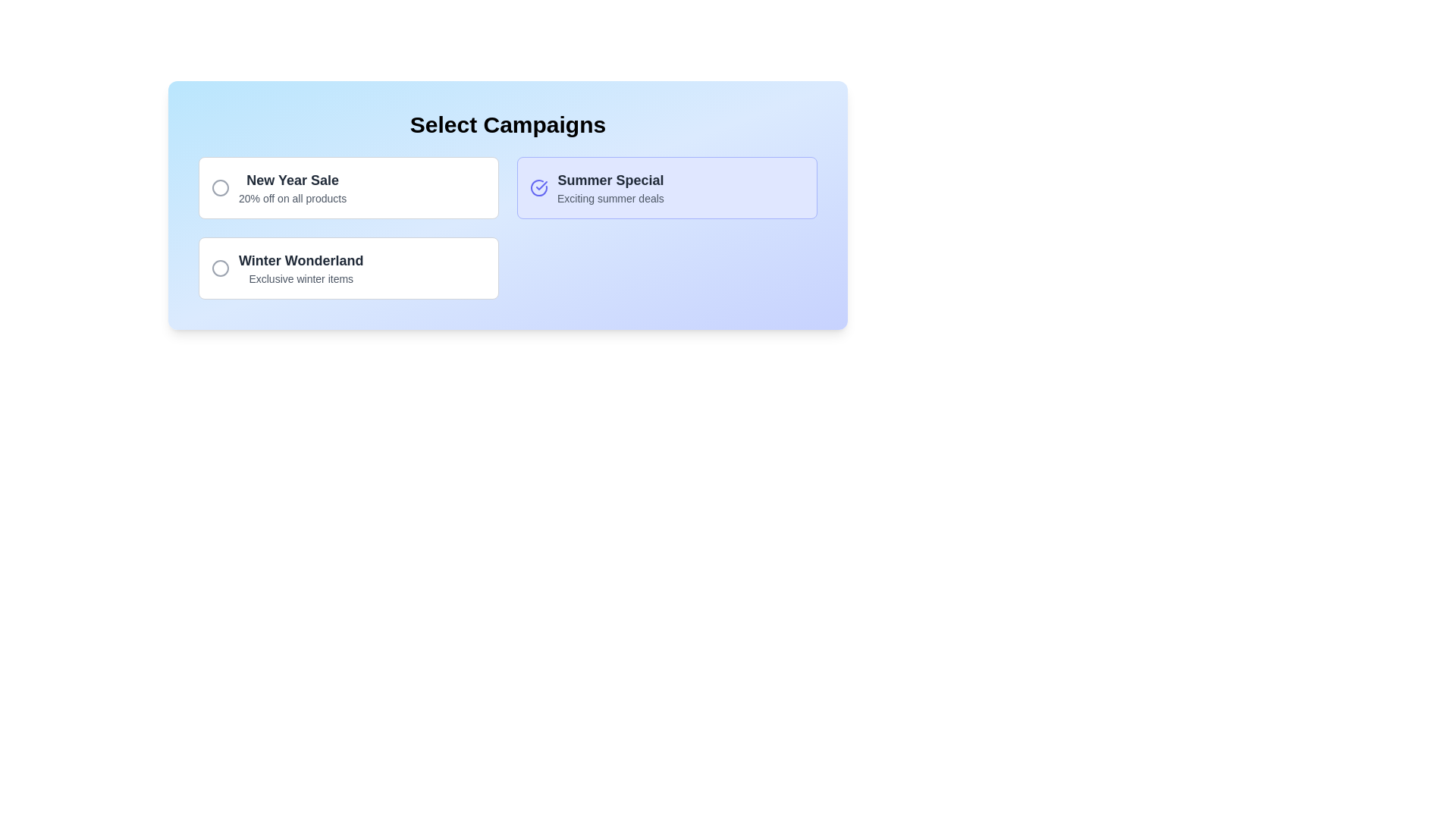 The image size is (1456, 819). I want to click on the circular SVG element located within the icon to the left of the text 'Winter Wonderland' in the second campaign option, so click(220, 268).